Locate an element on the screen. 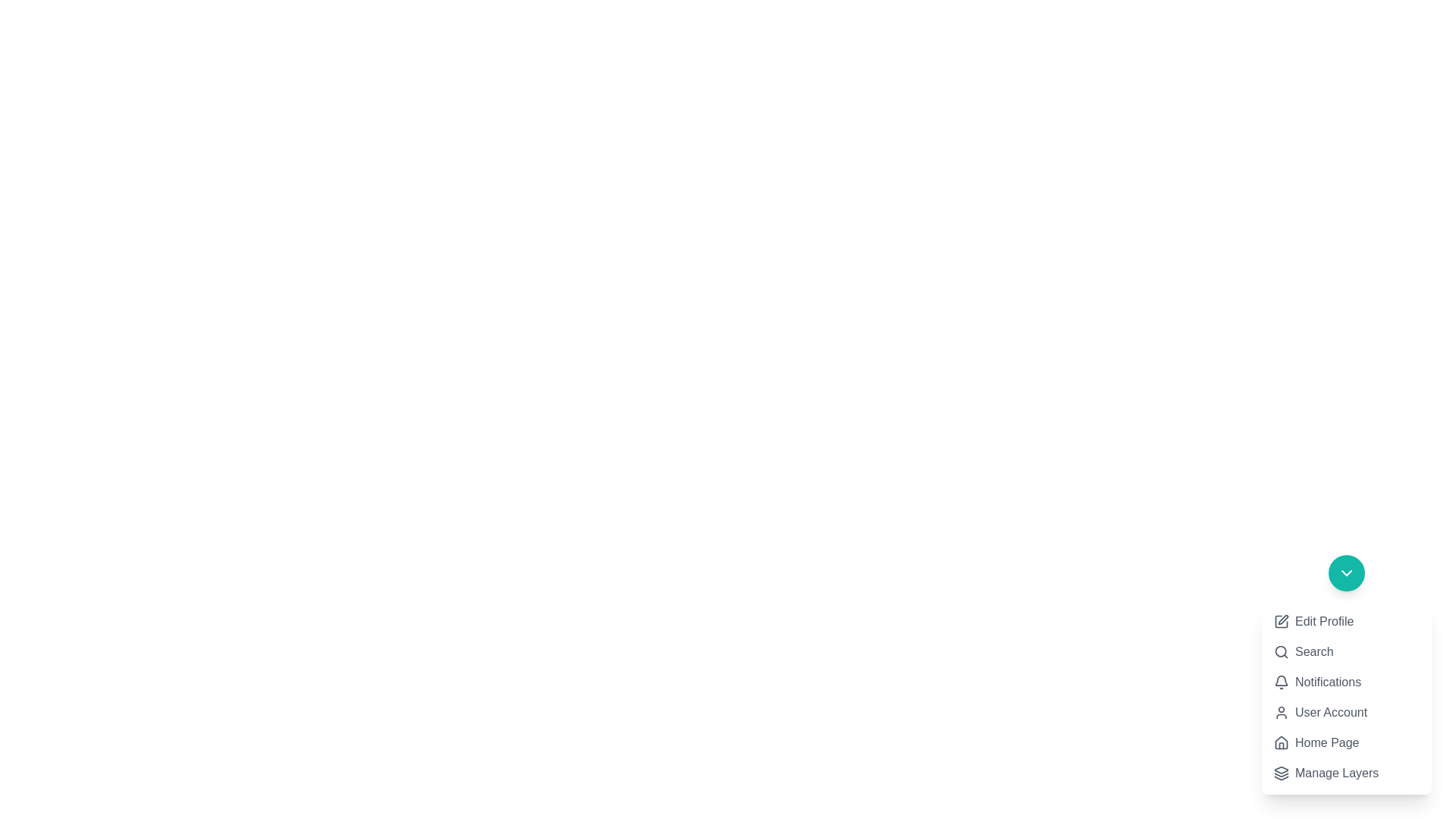 Image resolution: width=1456 pixels, height=819 pixels. the circular teal button icon that indicates the ability to expand or collapse a menu for visual feedback is located at coordinates (1347, 573).